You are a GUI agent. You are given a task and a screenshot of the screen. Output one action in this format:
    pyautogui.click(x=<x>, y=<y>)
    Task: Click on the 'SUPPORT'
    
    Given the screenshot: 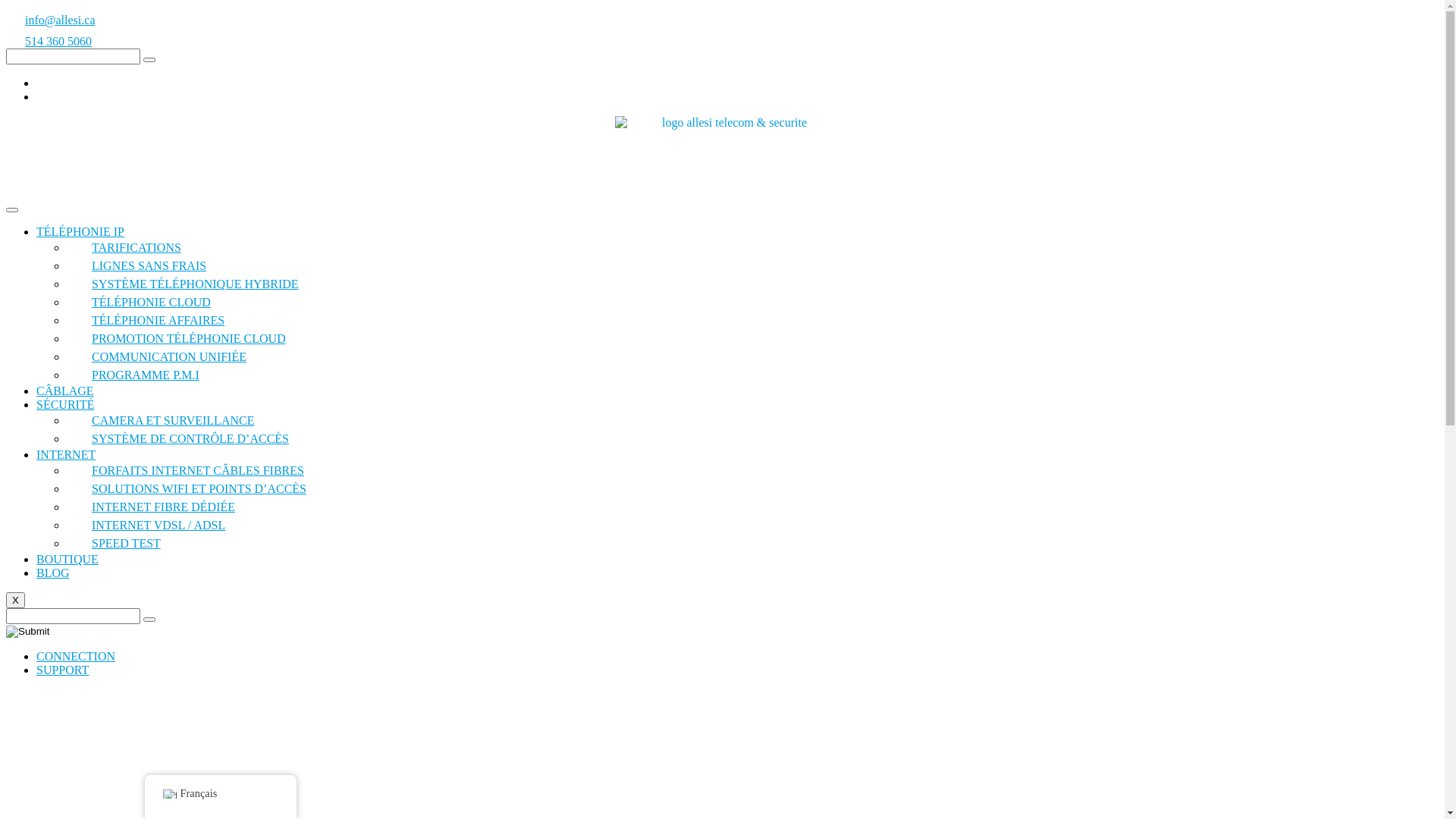 What is the action you would take?
    pyautogui.click(x=36, y=669)
    